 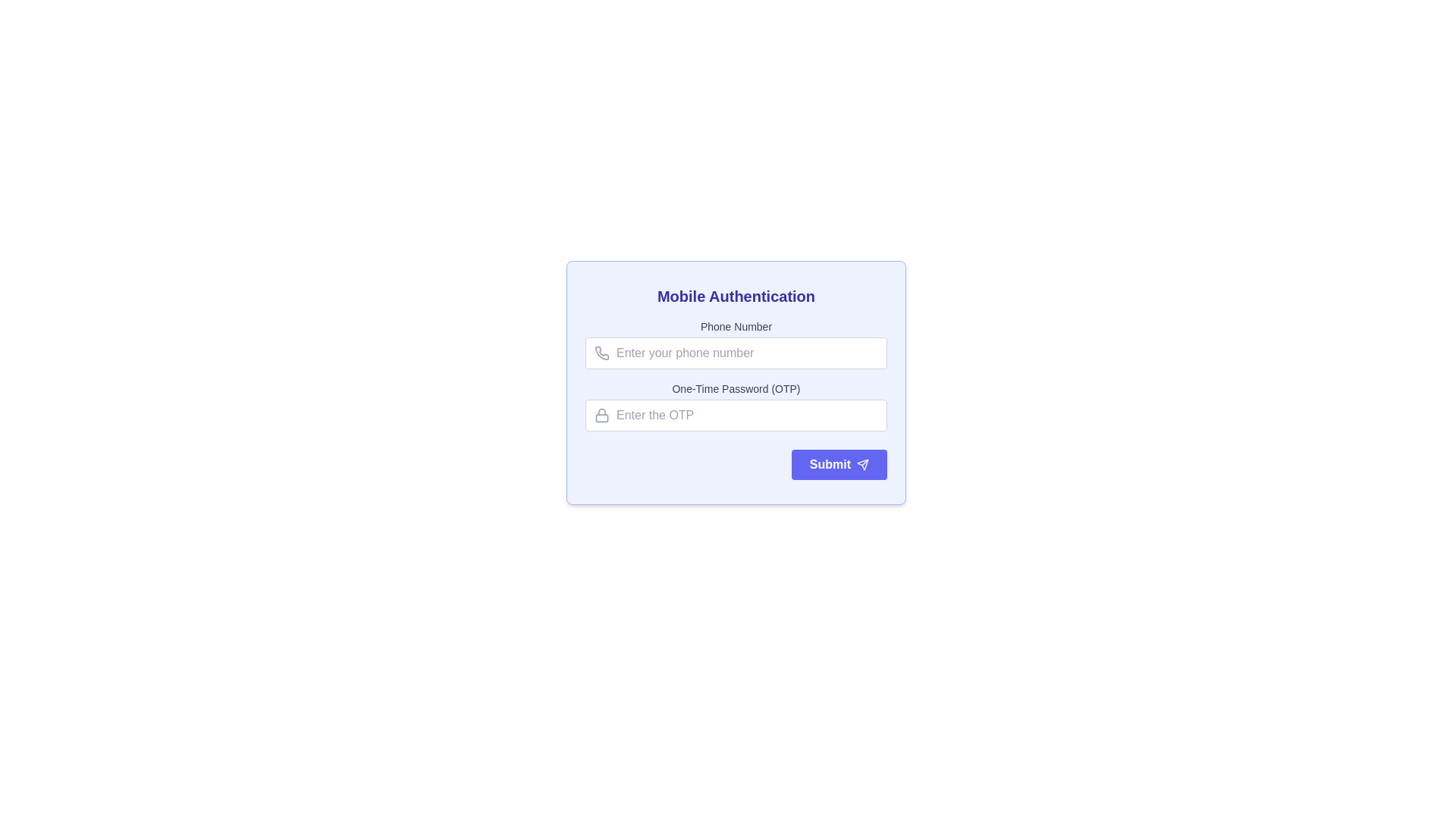 What do you see at coordinates (601, 353) in the screenshot?
I see `the phone icon, which is a light gray rounded stroke icon located to the left of the phone number input field in the Mobile Authentication form` at bounding box center [601, 353].